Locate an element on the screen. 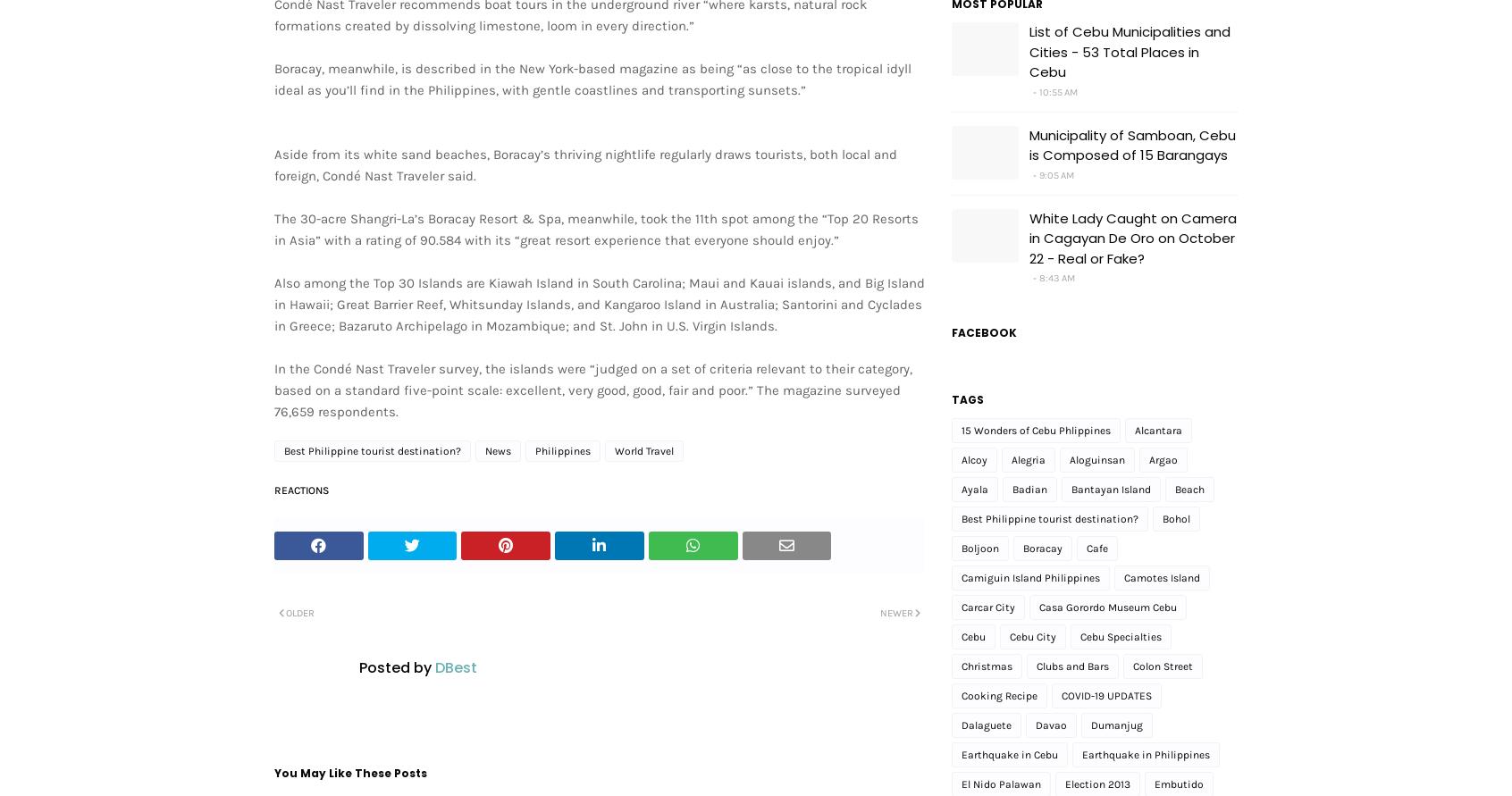 Image resolution: width=1512 pixels, height=796 pixels. '8:43 AM' is located at coordinates (1056, 277).